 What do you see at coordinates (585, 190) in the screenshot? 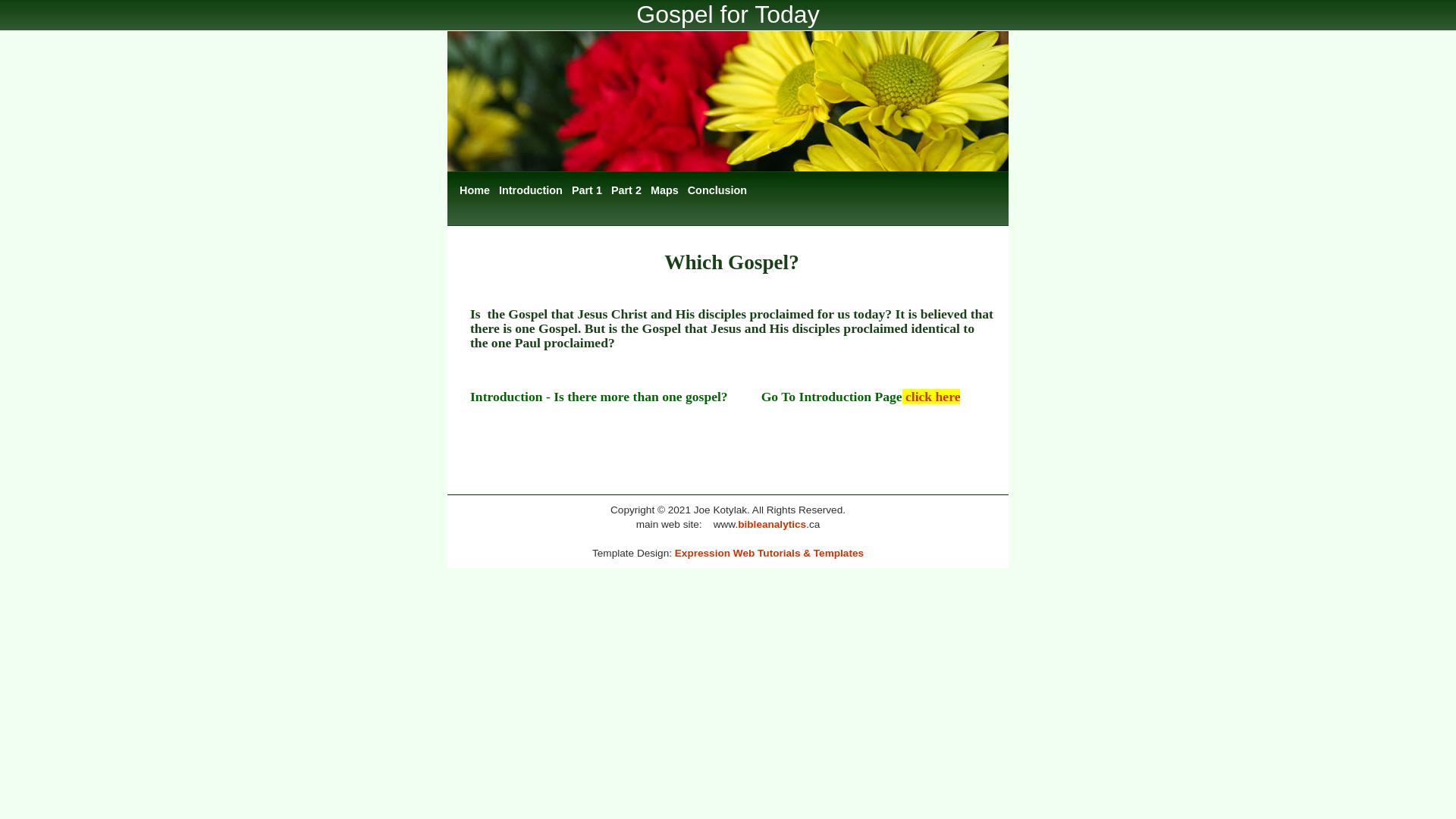
I see `'Part 1'` at bounding box center [585, 190].